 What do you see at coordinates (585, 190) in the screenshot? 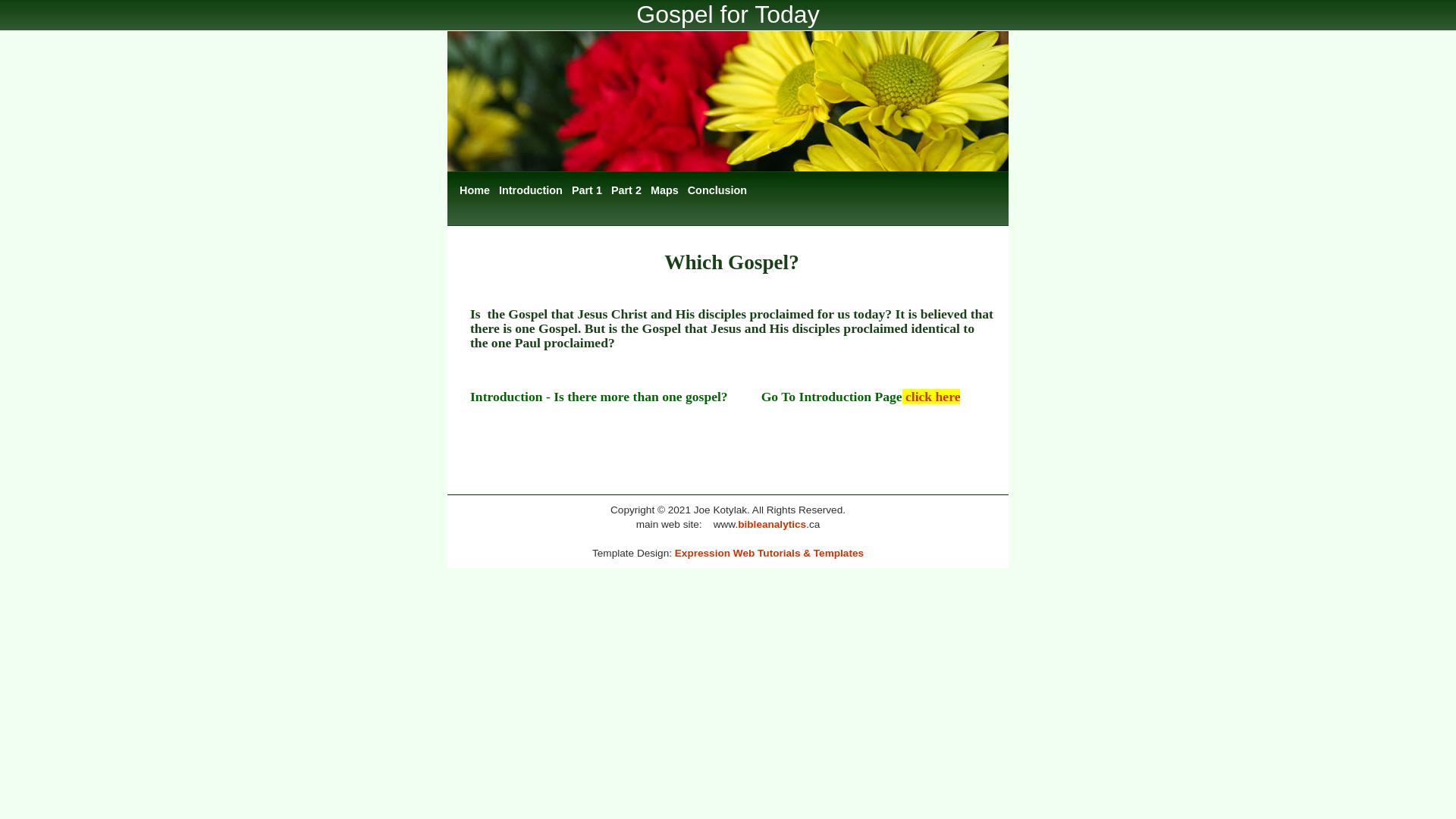
I see `'Part 1'` at bounding box center [585, 190].